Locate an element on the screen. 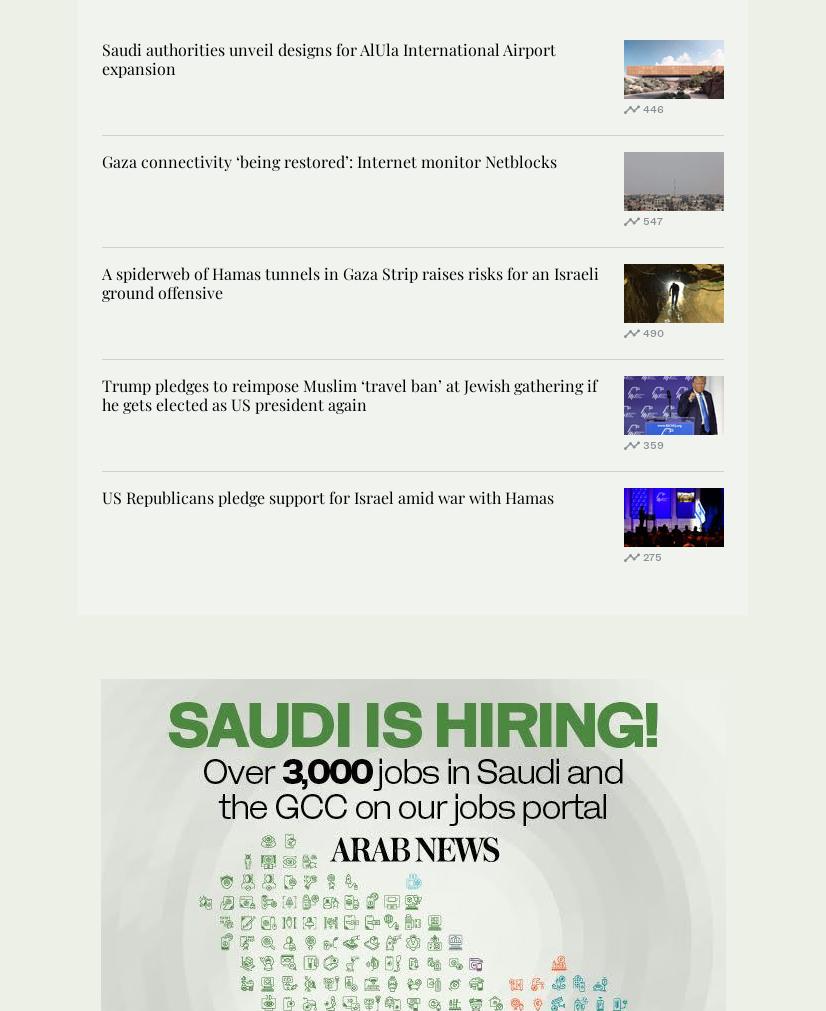  '359' is located at coordinates (642, 443).